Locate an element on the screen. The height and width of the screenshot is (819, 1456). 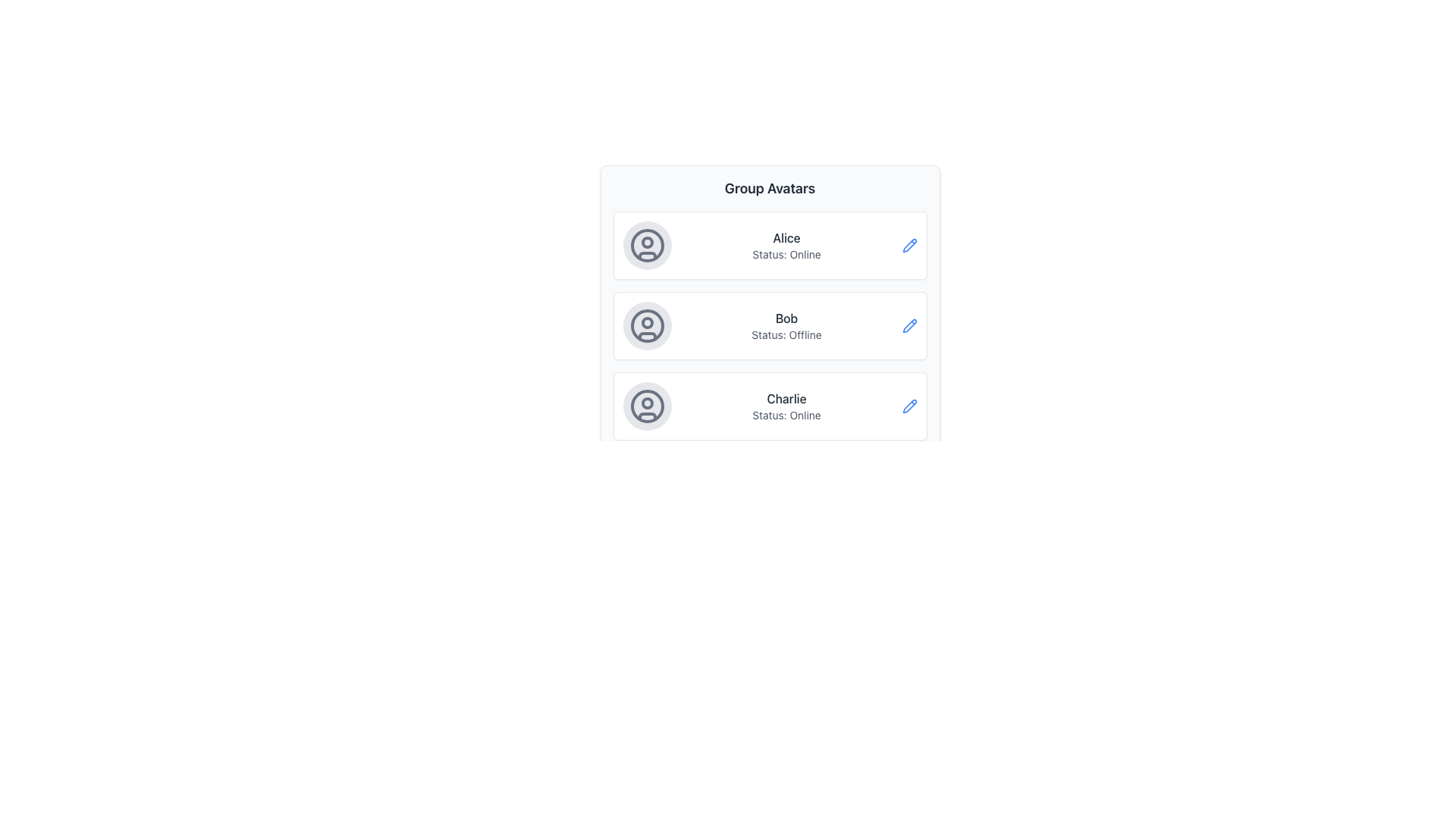
the text label representing the user in the group member list, which is located in the second row below 'Alice' and above 'Charlie' is located at coordinates (786, 318).